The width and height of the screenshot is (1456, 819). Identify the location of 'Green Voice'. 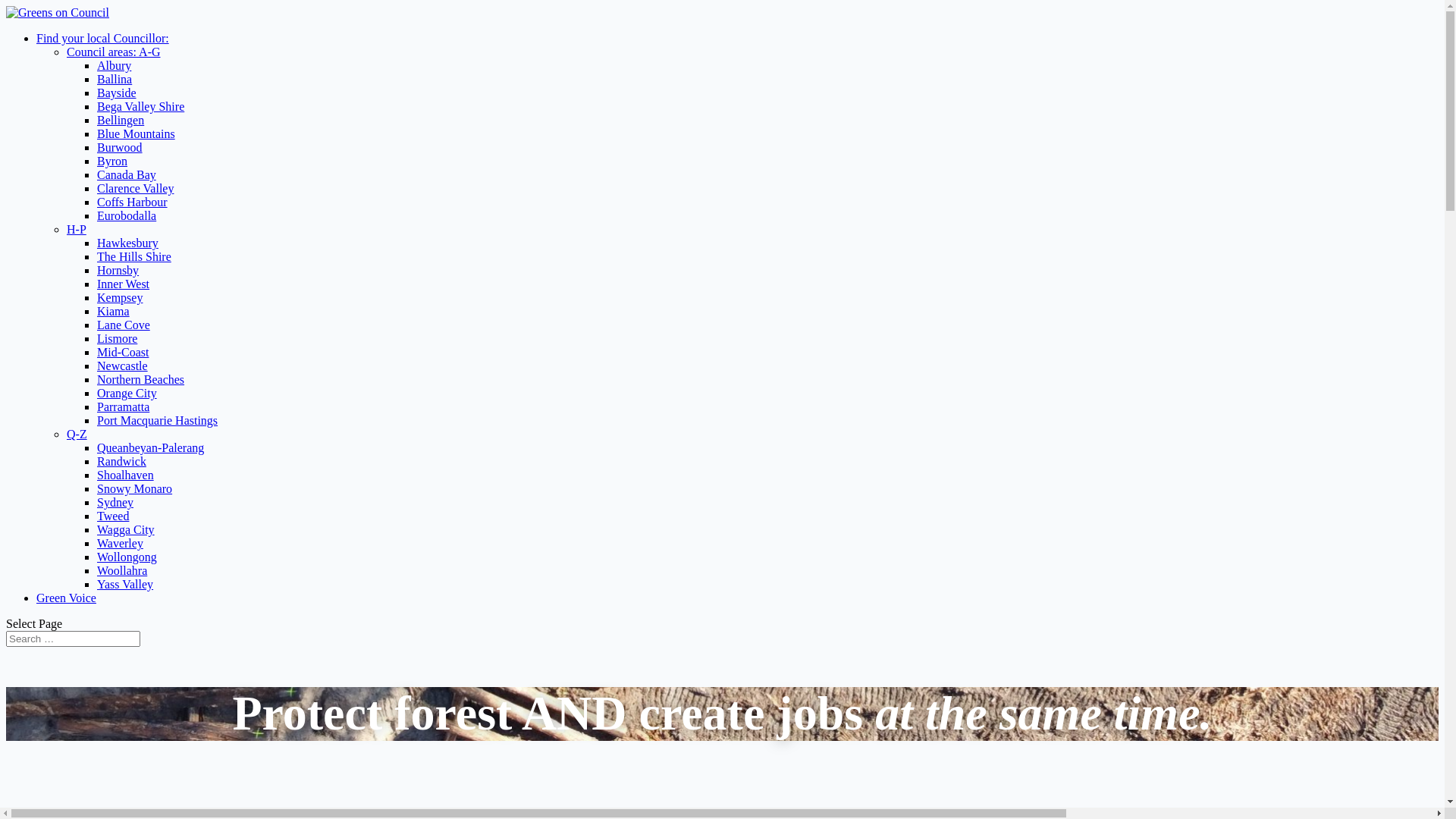
(65, 597).